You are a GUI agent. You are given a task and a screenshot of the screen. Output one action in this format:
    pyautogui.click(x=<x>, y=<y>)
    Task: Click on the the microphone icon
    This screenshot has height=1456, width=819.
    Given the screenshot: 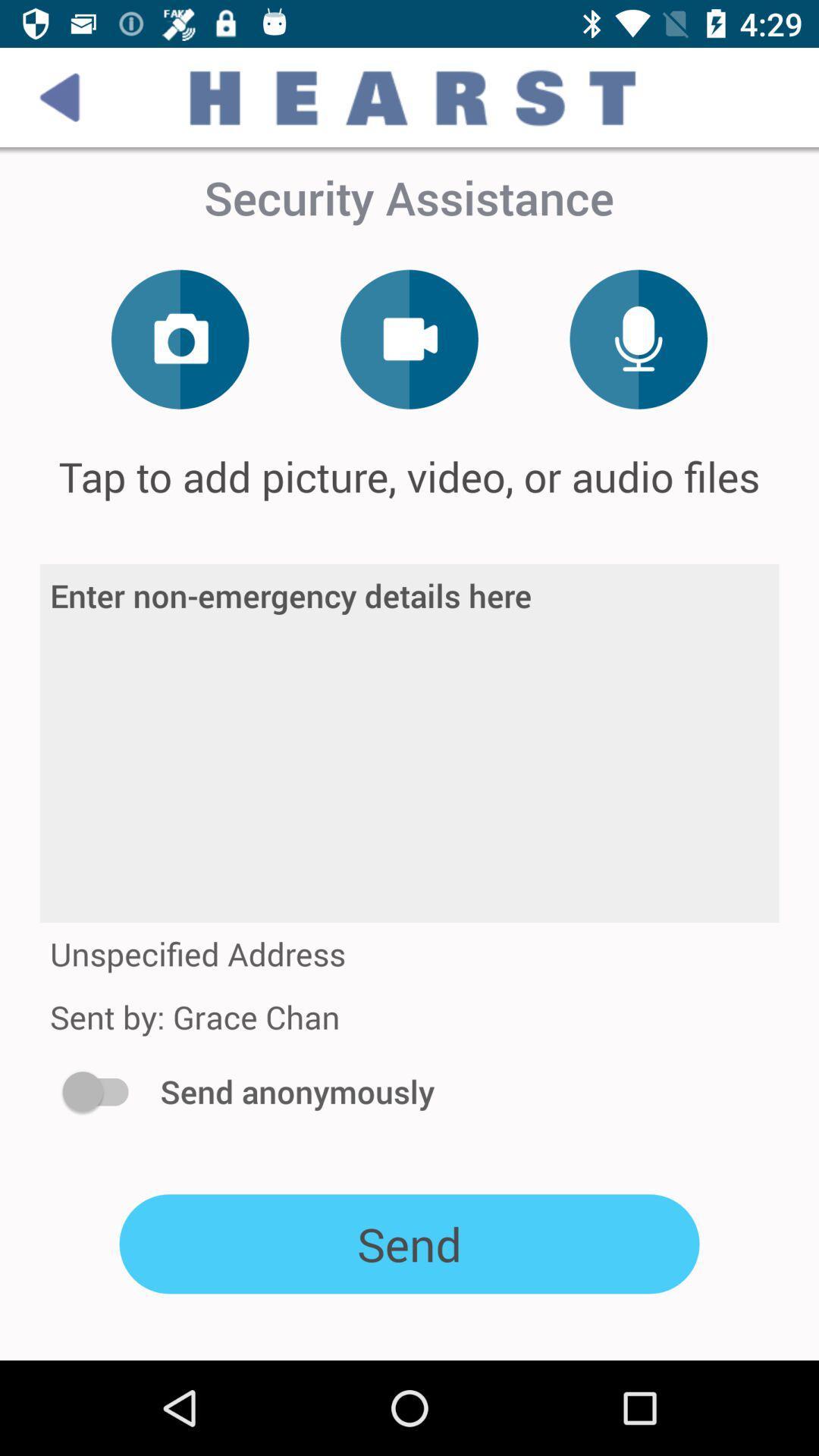 What is the action you would take?
    pyautogui.click(x=639, y=338)
    